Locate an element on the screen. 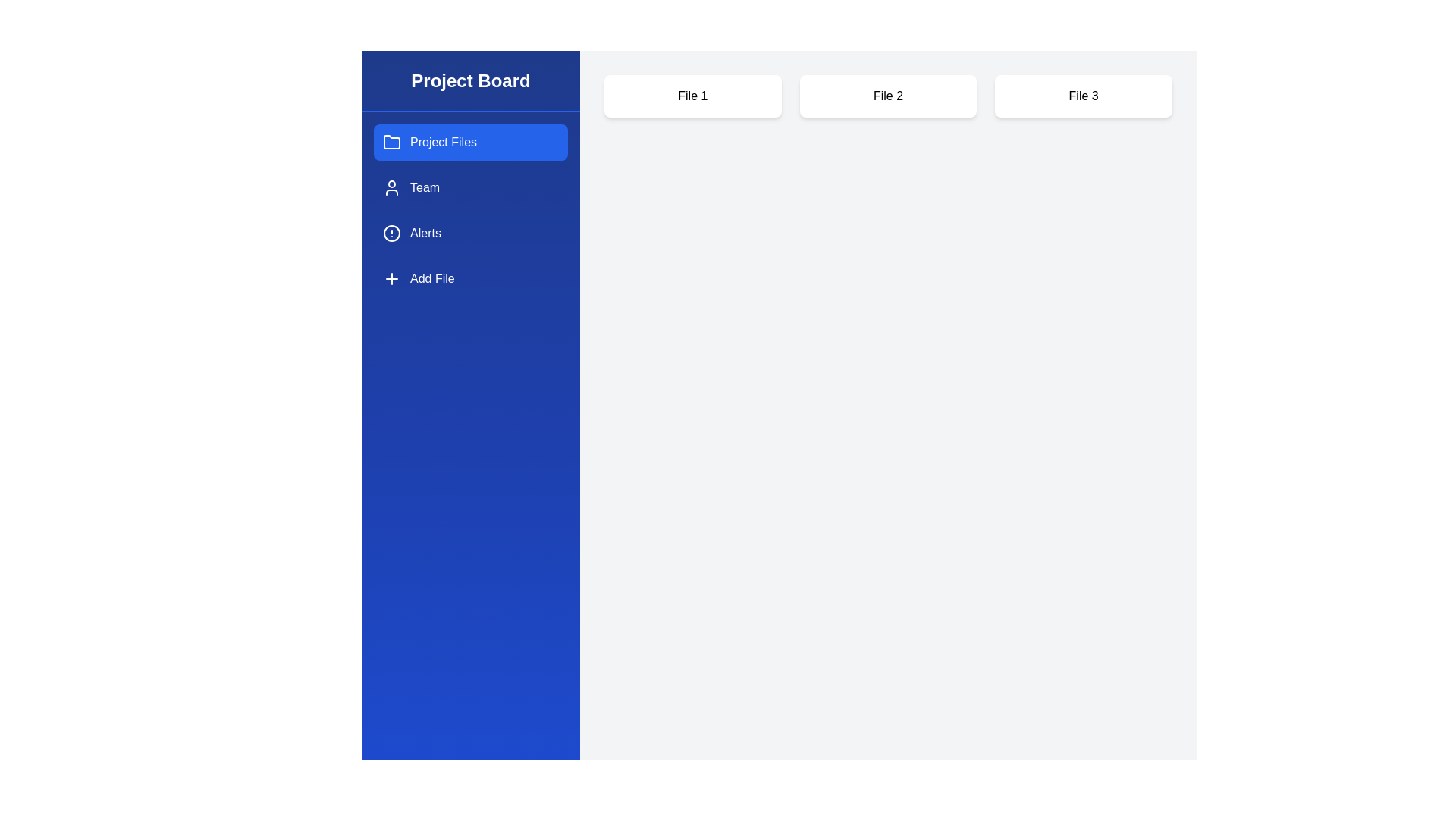 The width and height of the screenshot is (1456, 819). the icon representing the 'Team' label in the sidebar menu is located at coordinates (392, 187).